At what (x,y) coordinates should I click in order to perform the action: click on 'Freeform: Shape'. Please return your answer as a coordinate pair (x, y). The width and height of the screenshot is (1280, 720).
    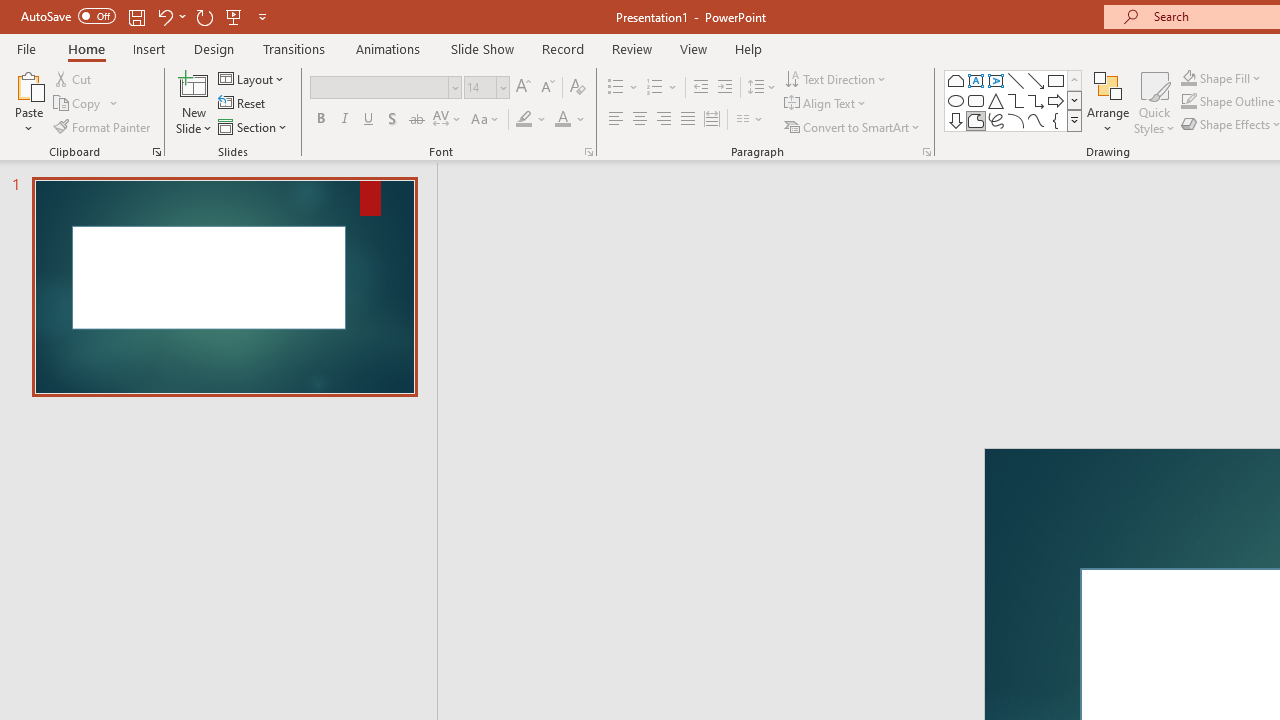
    Looking at the image, I should click on (976, 120).